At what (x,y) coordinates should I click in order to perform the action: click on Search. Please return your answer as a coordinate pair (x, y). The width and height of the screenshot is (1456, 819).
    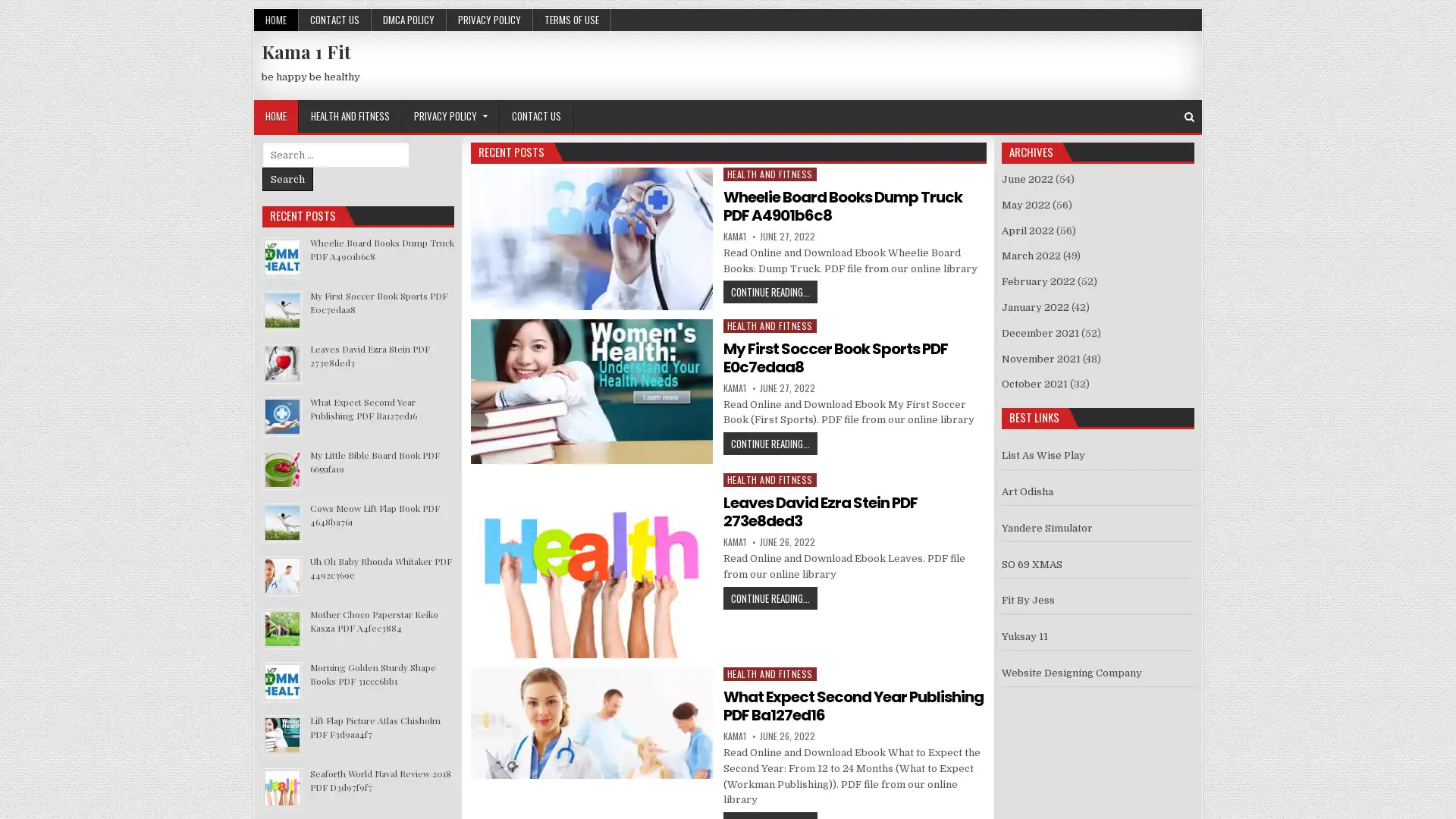
    Looking at the image, I should click on (287, 178).